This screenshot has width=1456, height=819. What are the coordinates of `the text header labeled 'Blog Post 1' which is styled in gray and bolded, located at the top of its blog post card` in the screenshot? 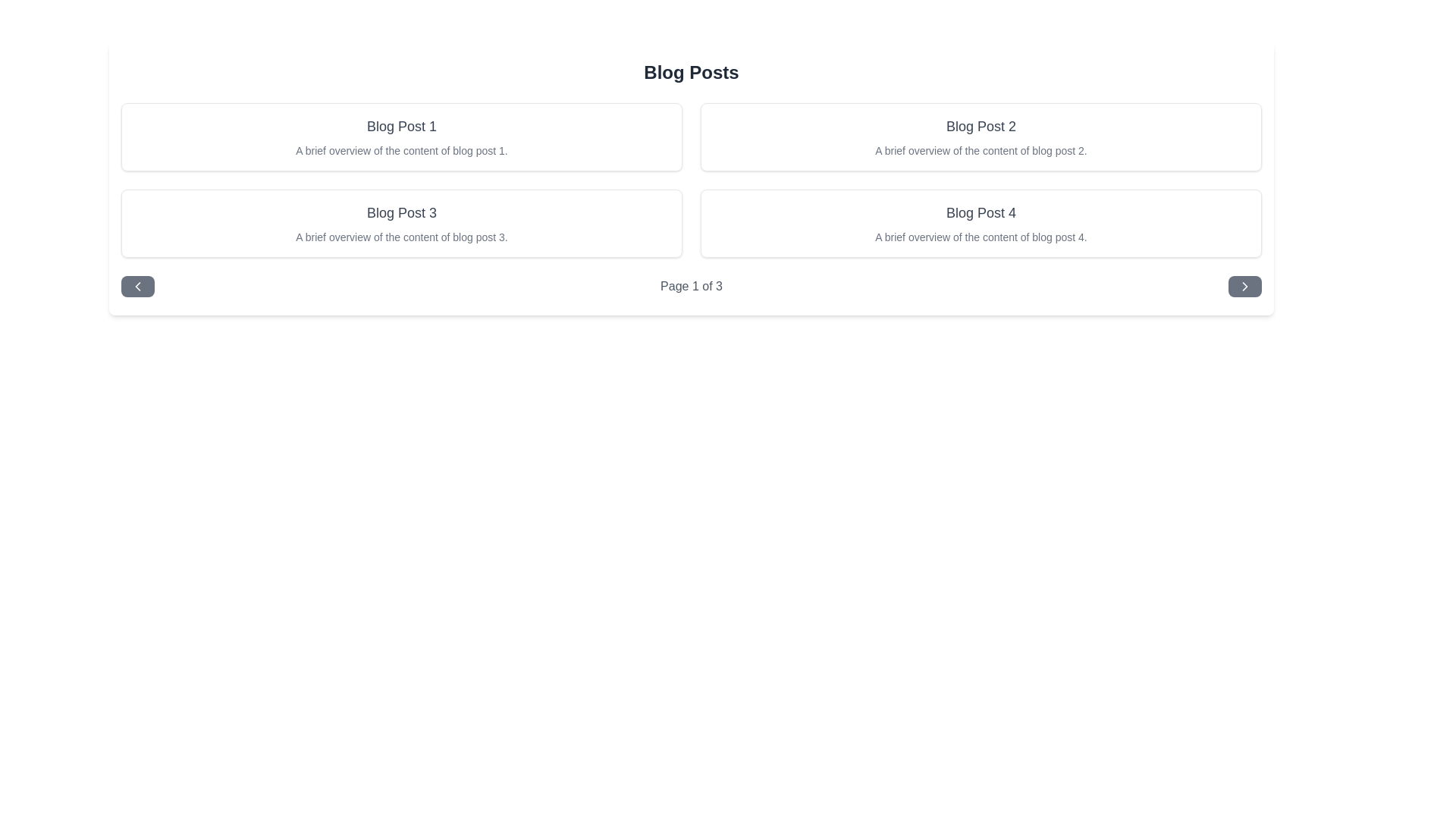 It's located at (401, 125).